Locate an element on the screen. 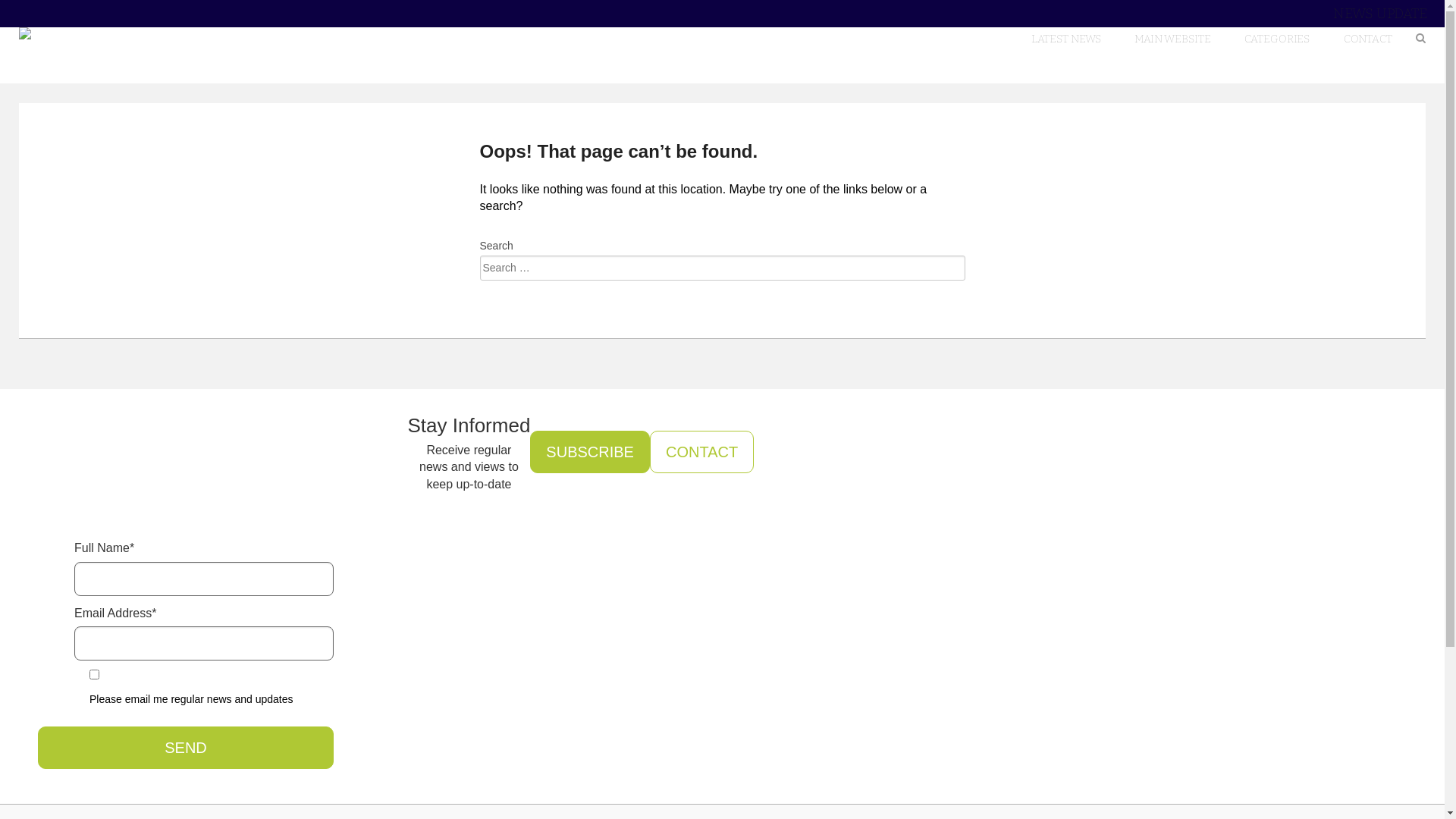  'Skip to content' is located at coordinates (1391, 27).